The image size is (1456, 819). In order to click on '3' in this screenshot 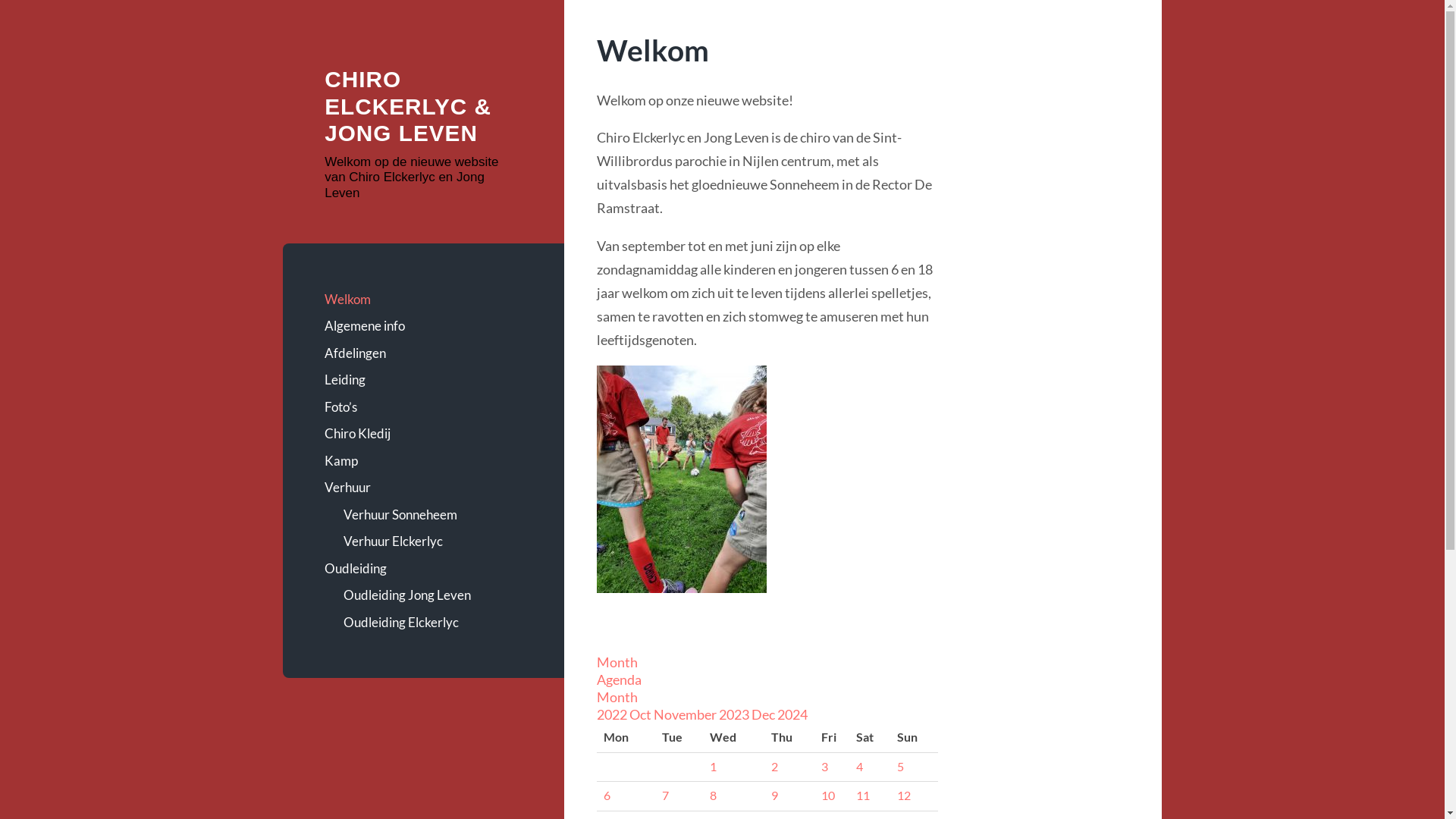, I will do `click(821, 766)`.